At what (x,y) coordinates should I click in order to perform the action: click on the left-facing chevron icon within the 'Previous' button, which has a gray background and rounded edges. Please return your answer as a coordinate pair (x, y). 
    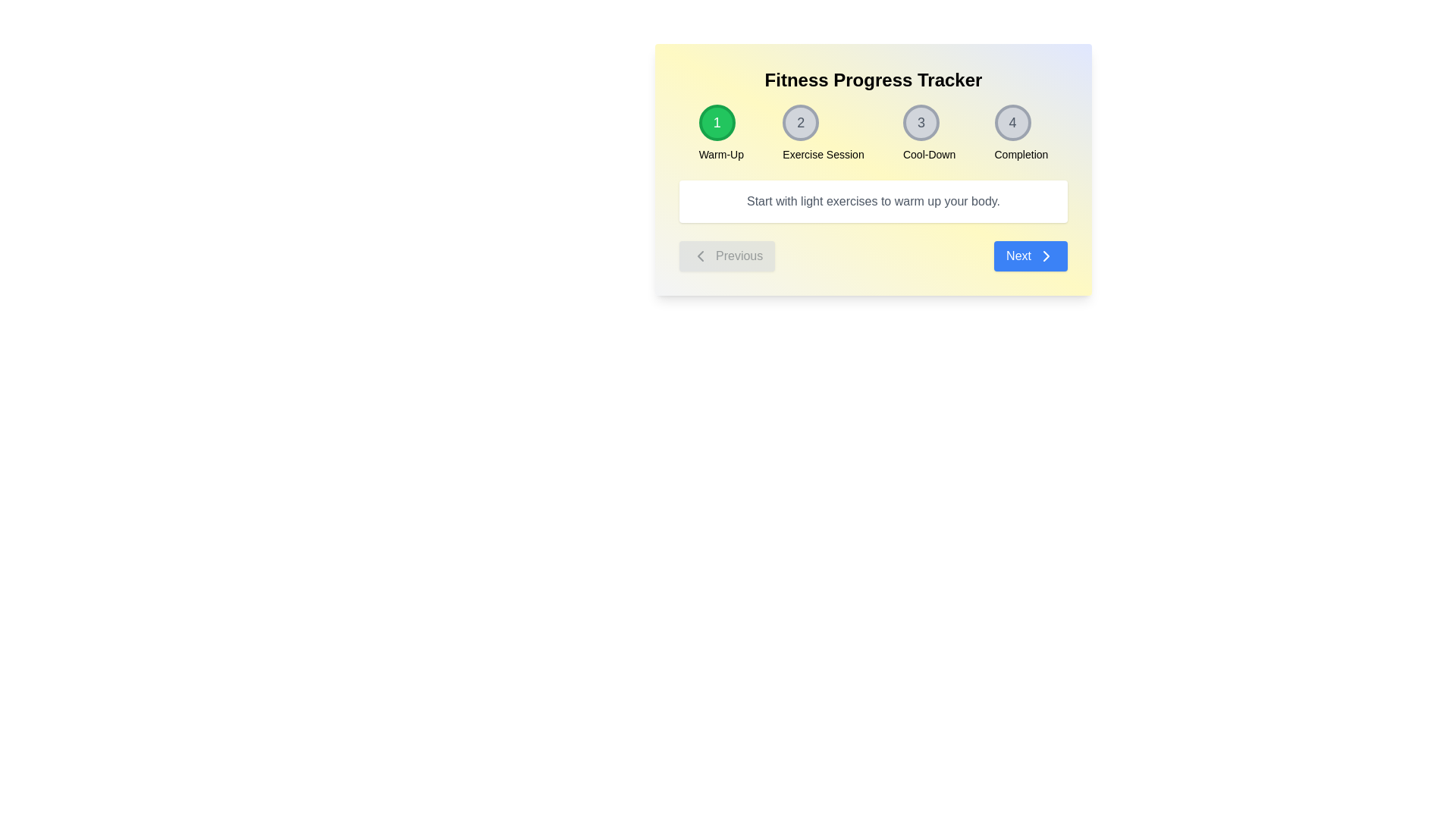
    Looking at the image, I should click on (700, 256).